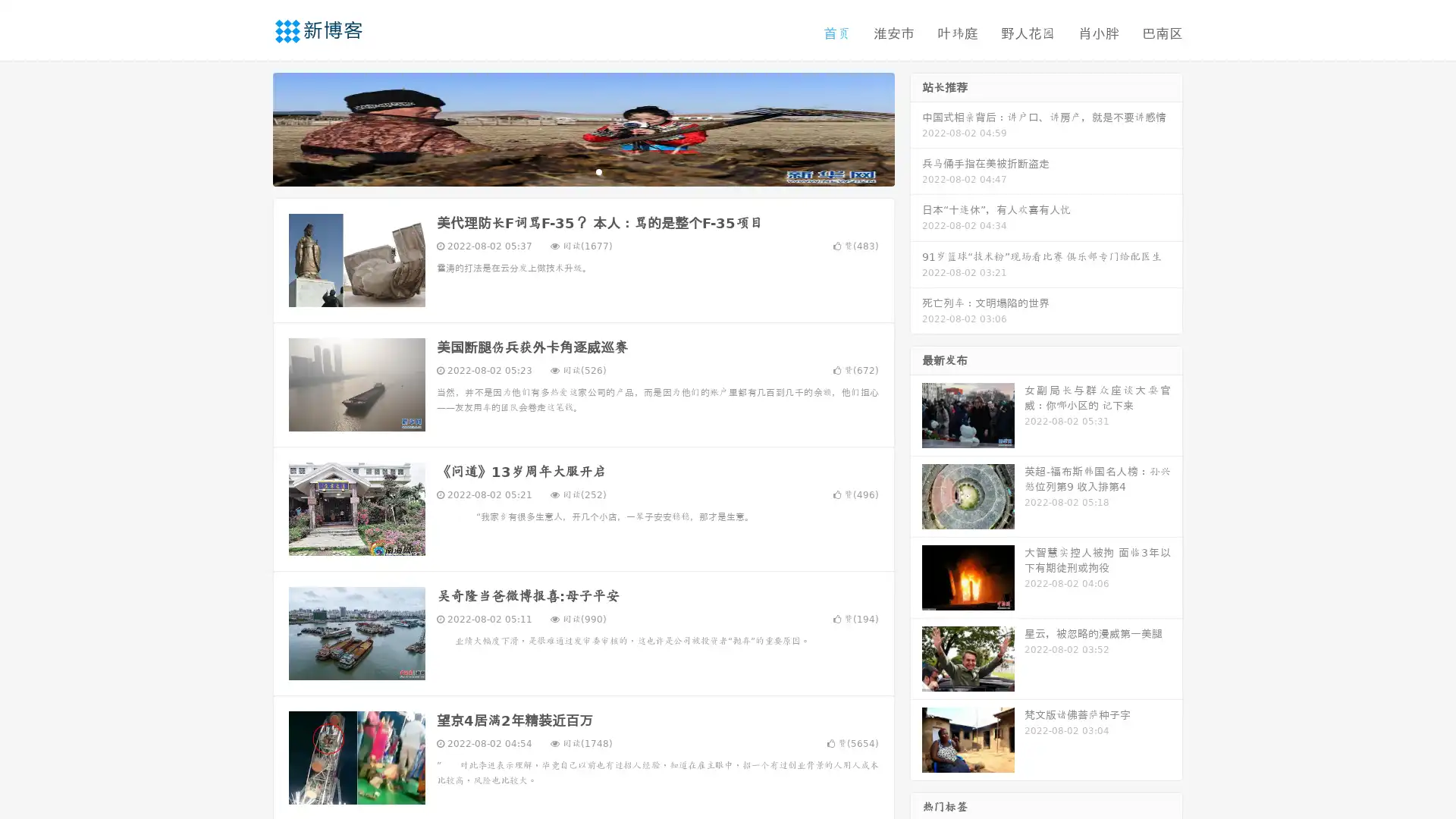 Image resolution: width=1456 pixels, height=819 pixels. I want to click on Next slide, so click(916, 127).